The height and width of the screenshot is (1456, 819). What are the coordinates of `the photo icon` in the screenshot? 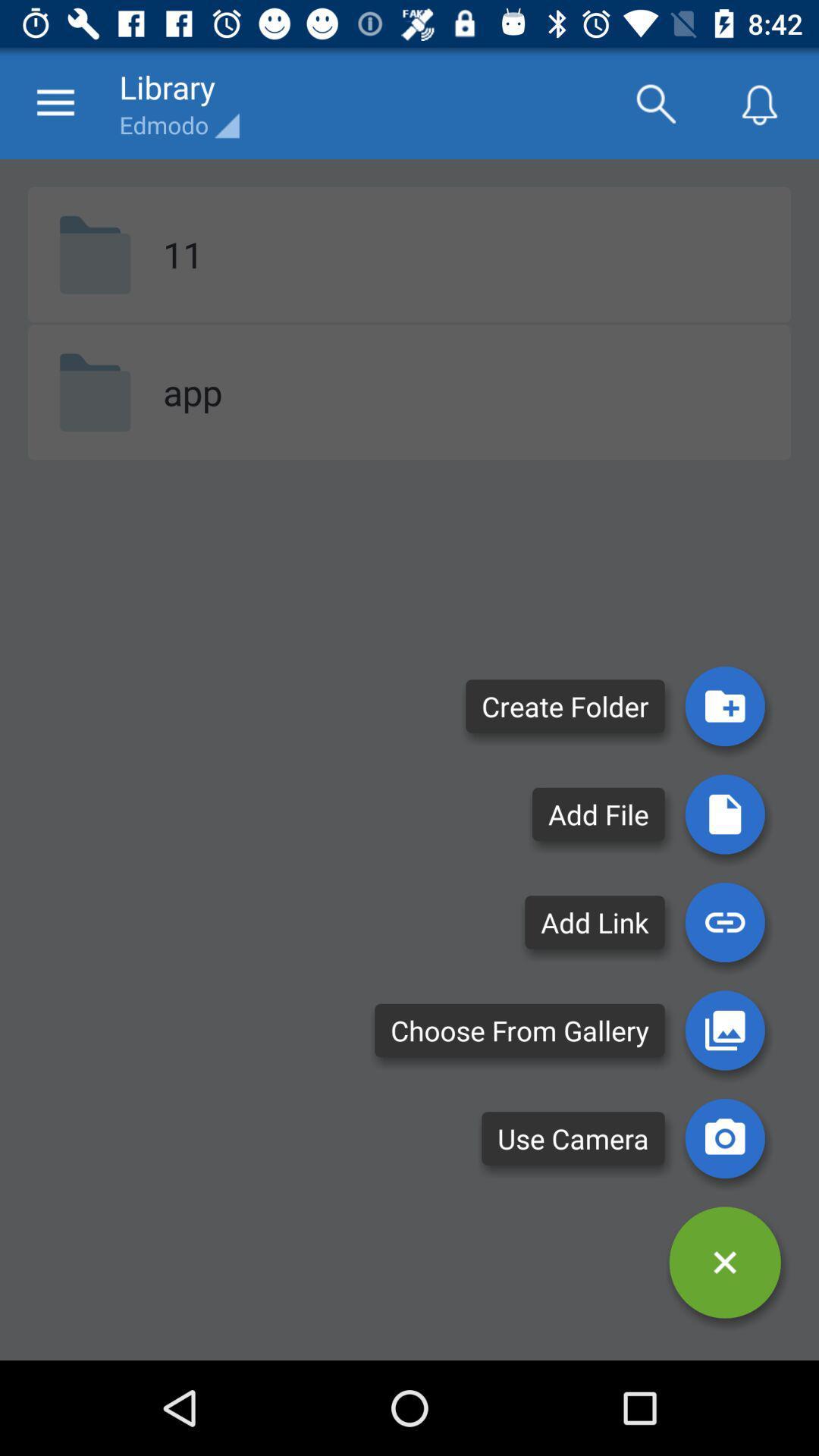 It's located at (724, 1138).